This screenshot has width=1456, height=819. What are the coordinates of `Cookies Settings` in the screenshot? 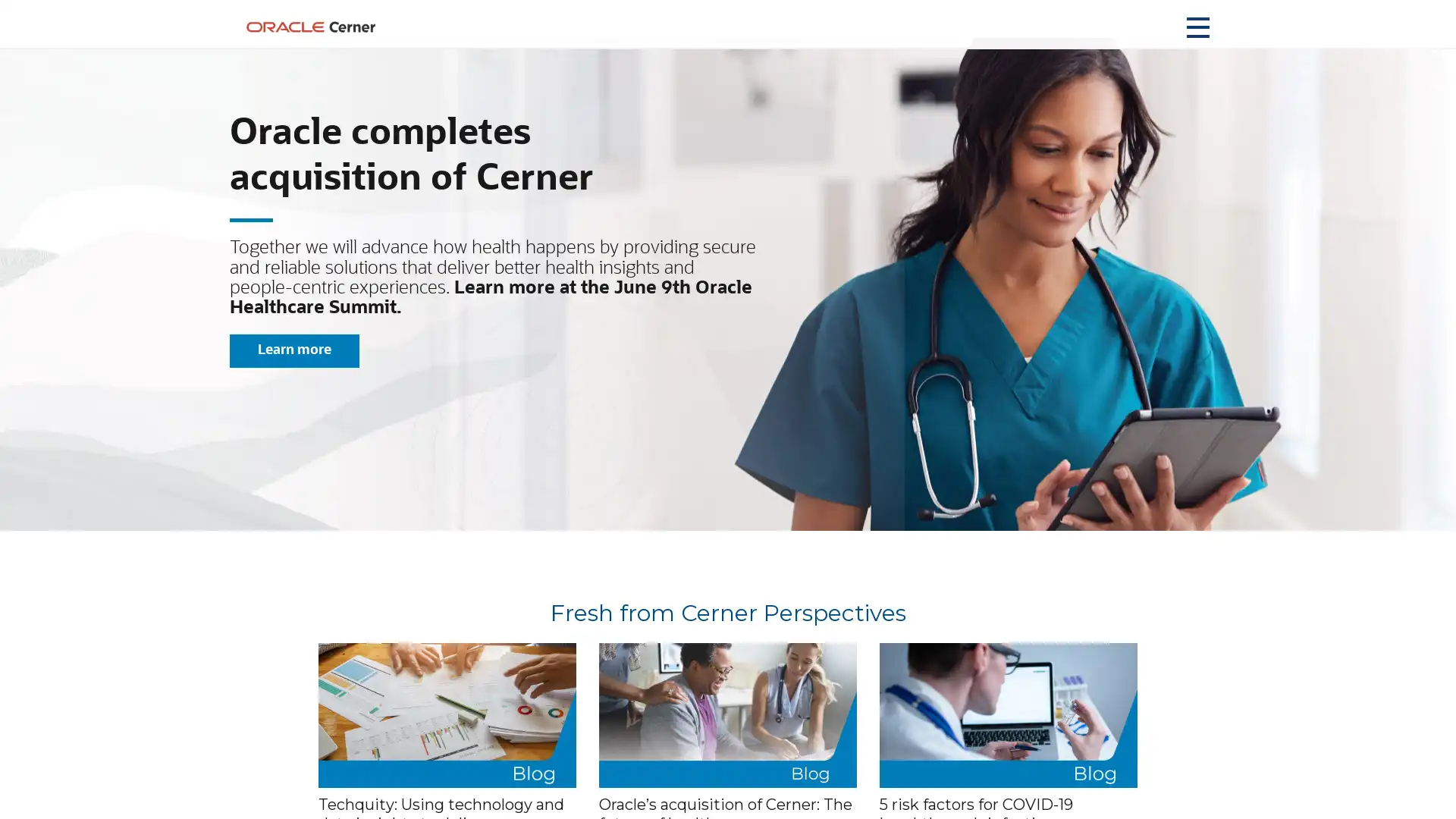 It's located at (1050, 786).